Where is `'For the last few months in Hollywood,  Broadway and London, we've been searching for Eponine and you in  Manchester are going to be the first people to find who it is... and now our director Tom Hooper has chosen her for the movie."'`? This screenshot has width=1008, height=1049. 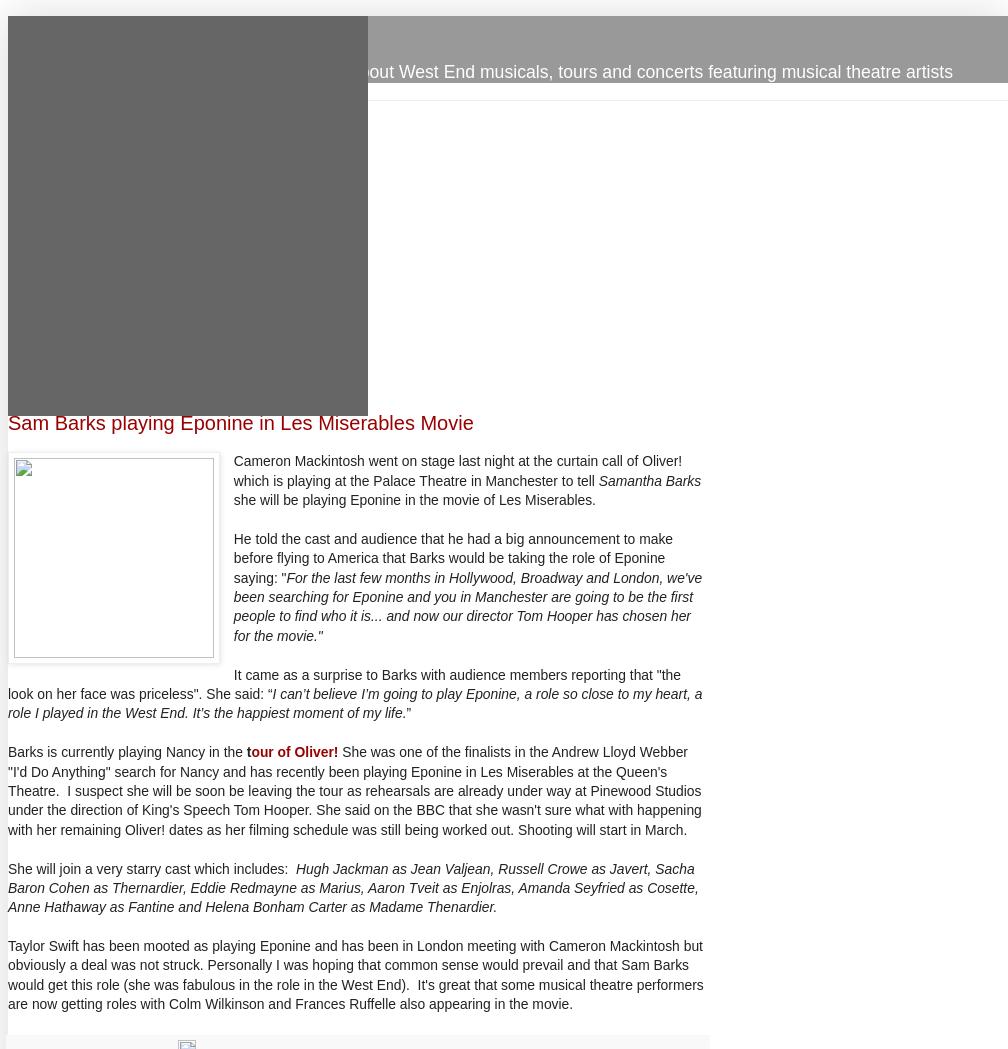
'For the last few months in Hollywood,  Broadway and London, we've been searching for Eponine and you in  Manchester are going to be the first people to find who it is... and now our director Tom Hooper has chosen her for the movie."' is located at coordinates (467, 606).